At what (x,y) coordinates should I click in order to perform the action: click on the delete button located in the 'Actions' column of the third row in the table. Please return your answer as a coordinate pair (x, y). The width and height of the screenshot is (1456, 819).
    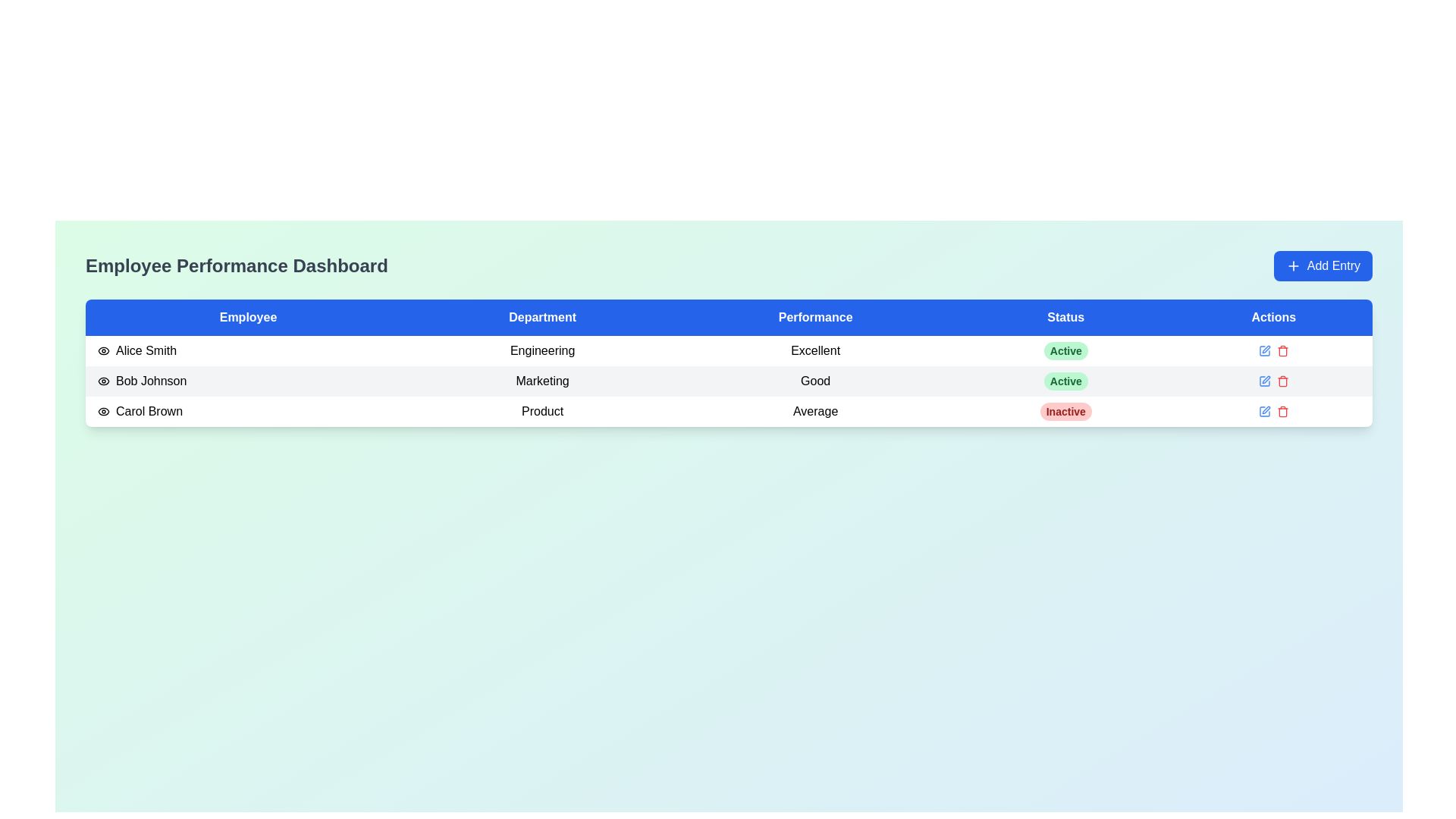
    Looking at the image, I should click on (1282, 350).